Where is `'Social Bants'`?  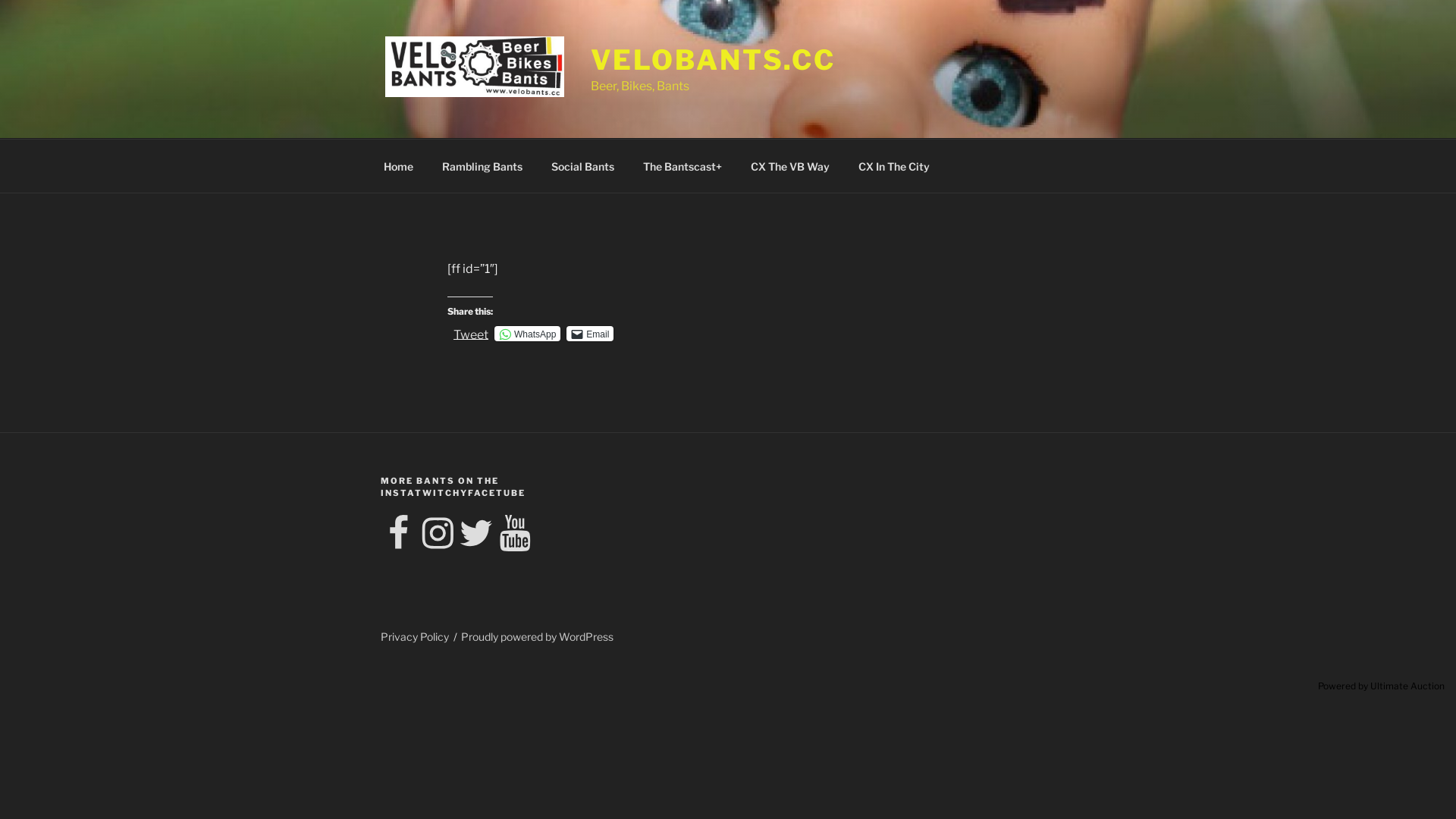
'Social Bants' is located at coordinates (582, 165).